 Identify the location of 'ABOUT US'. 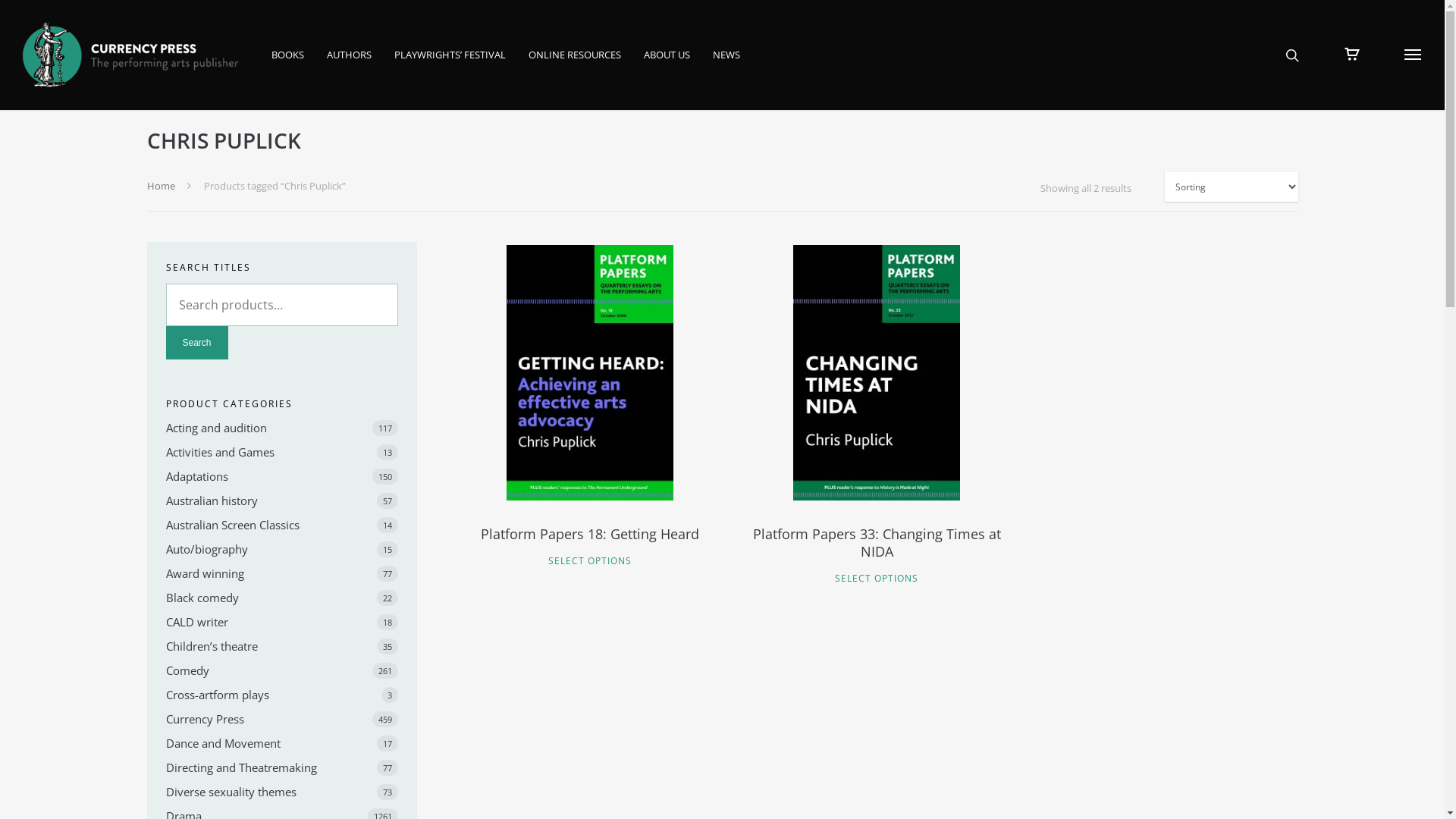
(667, 64).